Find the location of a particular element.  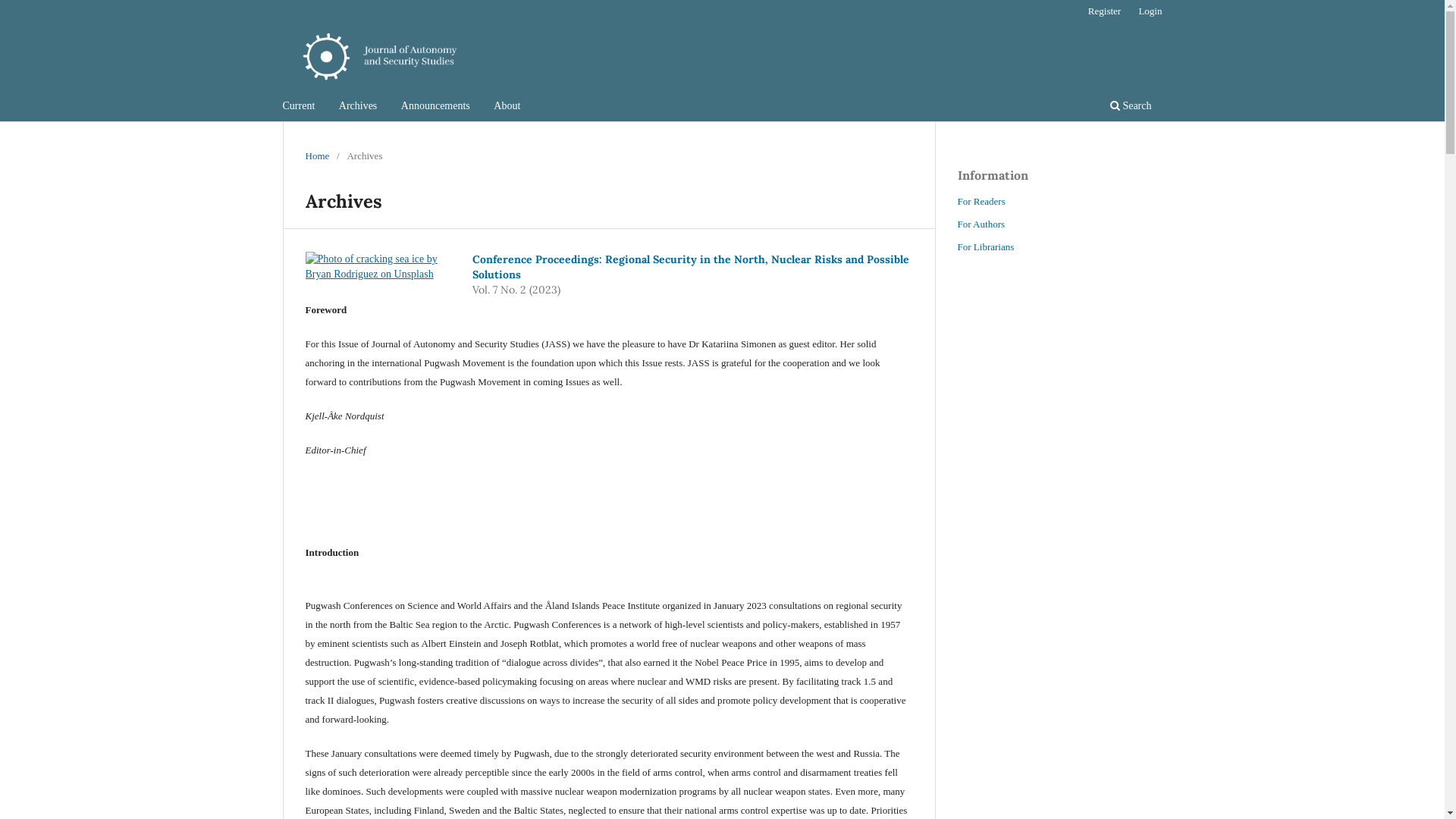

'For Authors' is located at coordinates (981, 224).